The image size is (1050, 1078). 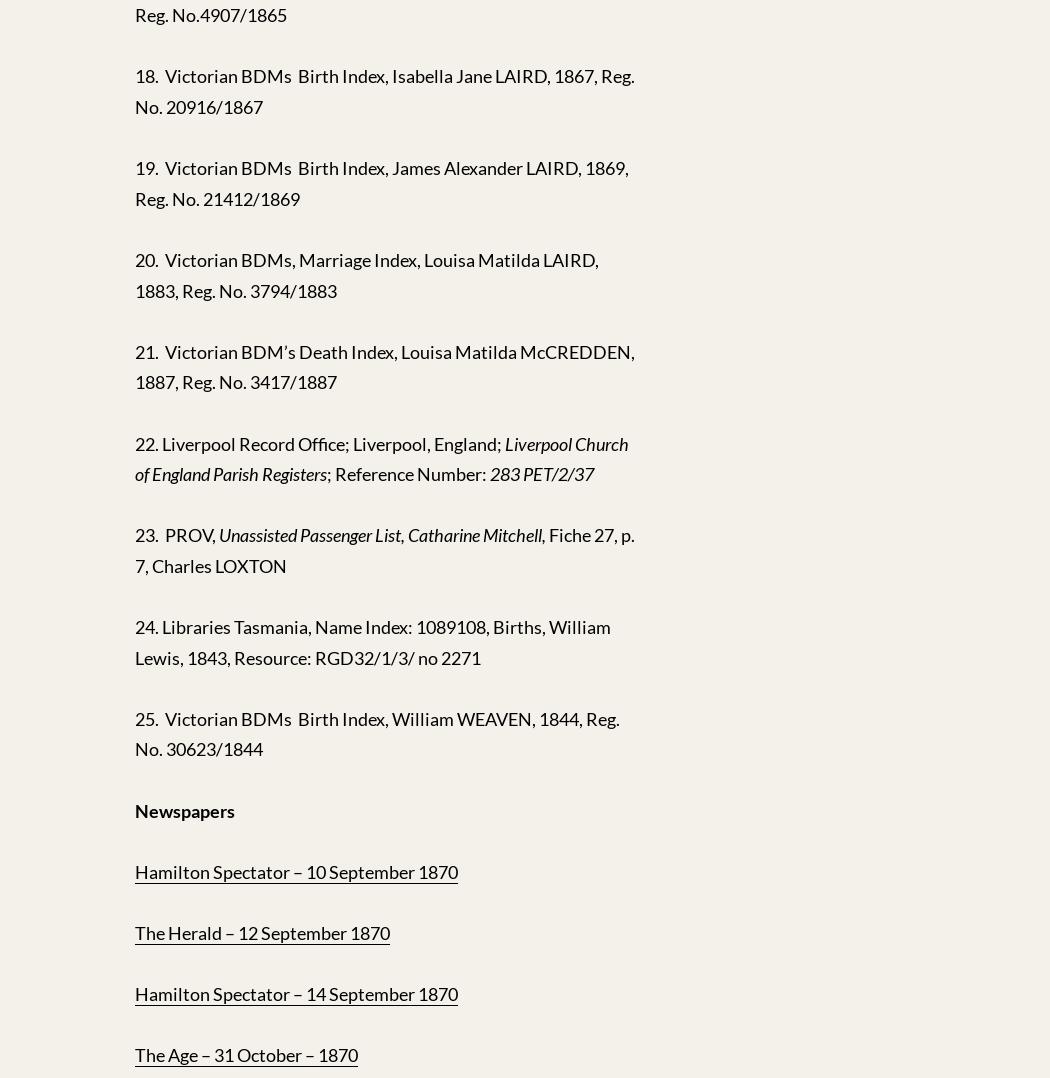 What do you see at coordinates (365, 274) in the screenshot?
I see `'20.  Victorian BDMs, Marriage Index, Louisa Matilda LAIRD, 1883, Reg. No. 3794/1883'` at bounding box center [365, 274].